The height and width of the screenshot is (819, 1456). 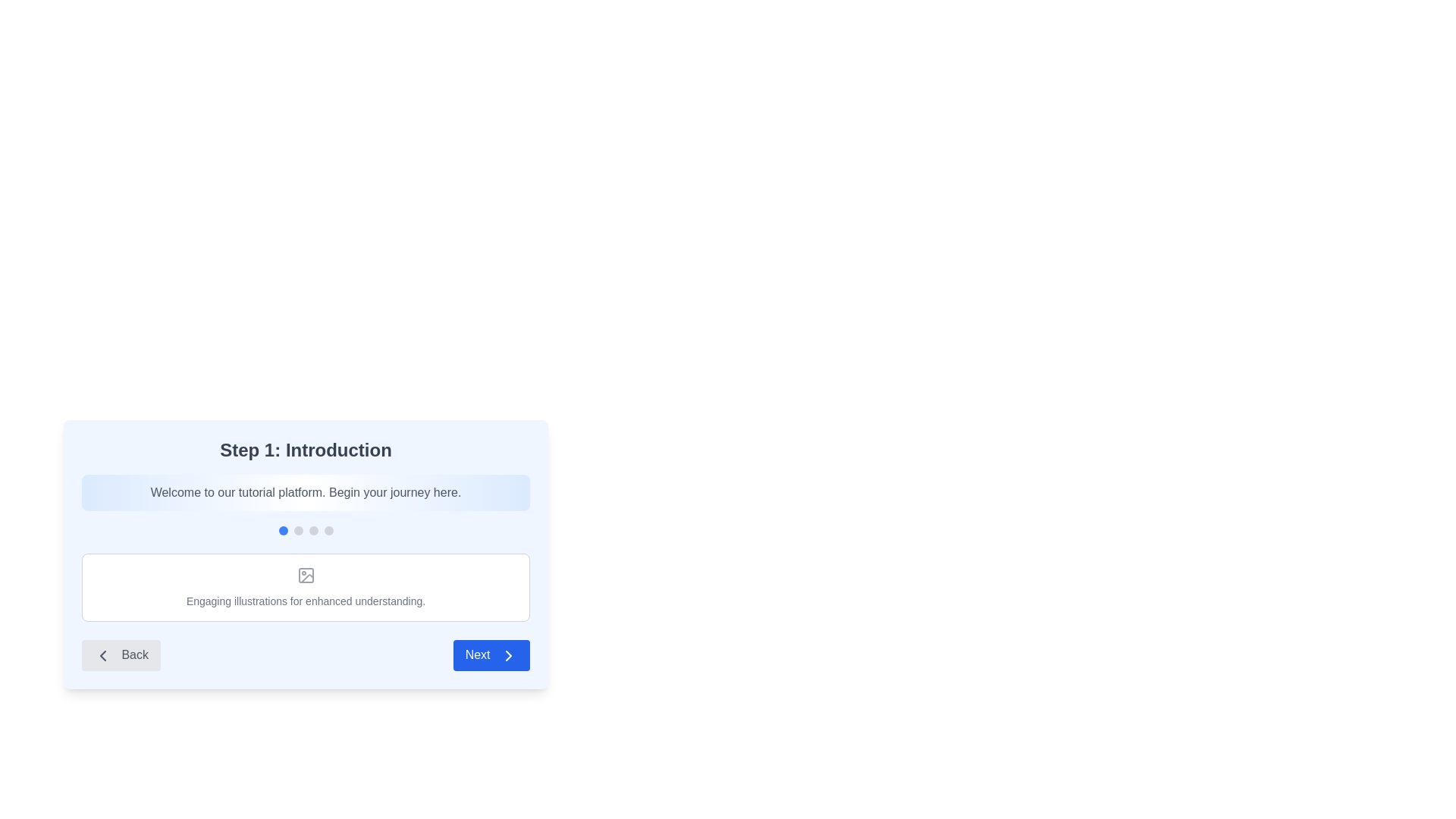 What do you see at coordinates (305, 529) in the screenshot?
I see `the blue navigation dot representing the first step in the sequence, located below the welcome text and above the illustrations area` at bounding box center [305, 529].